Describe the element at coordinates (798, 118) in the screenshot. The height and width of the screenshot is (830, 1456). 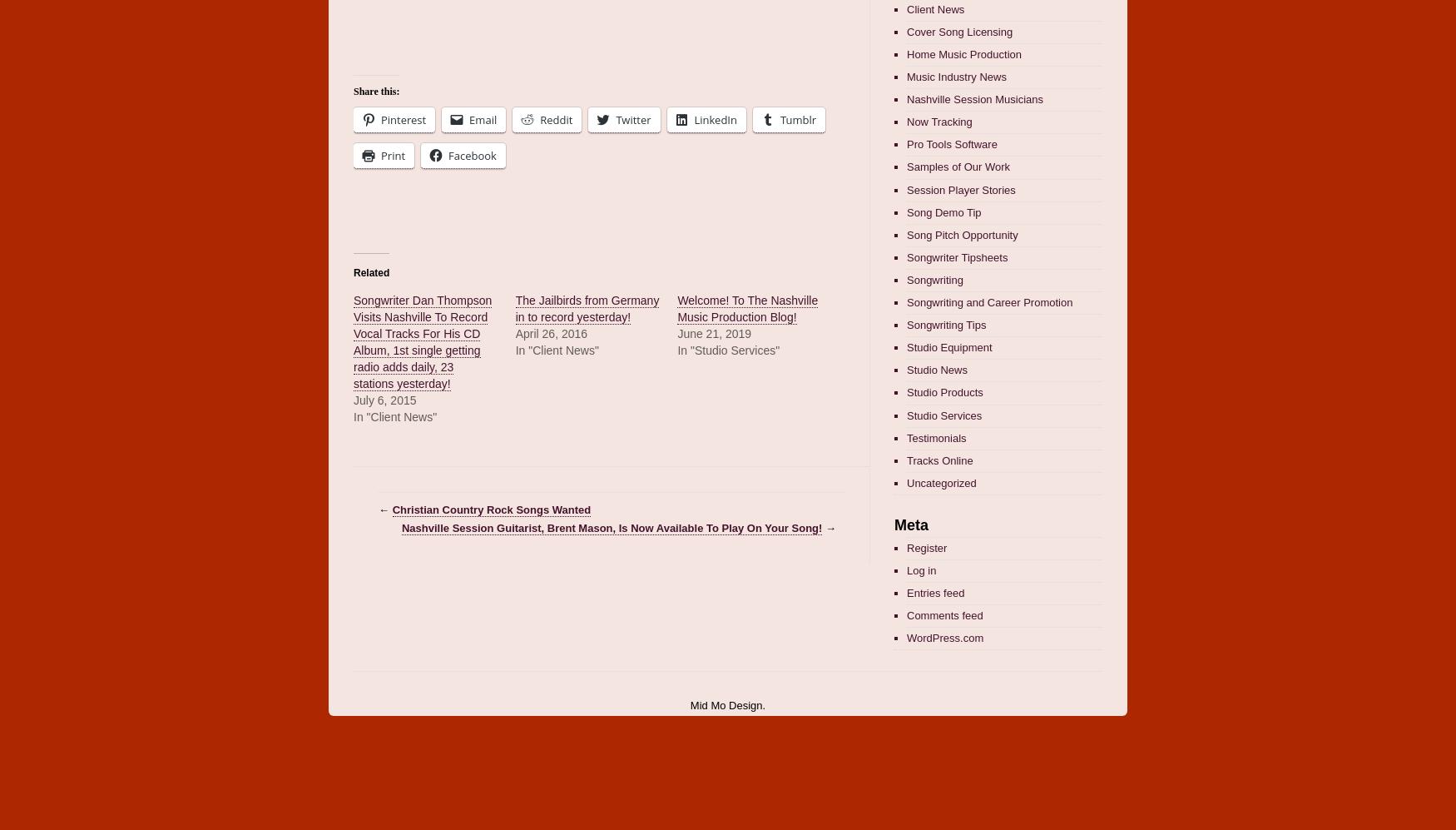
I see `'Tumblr'` at that location.